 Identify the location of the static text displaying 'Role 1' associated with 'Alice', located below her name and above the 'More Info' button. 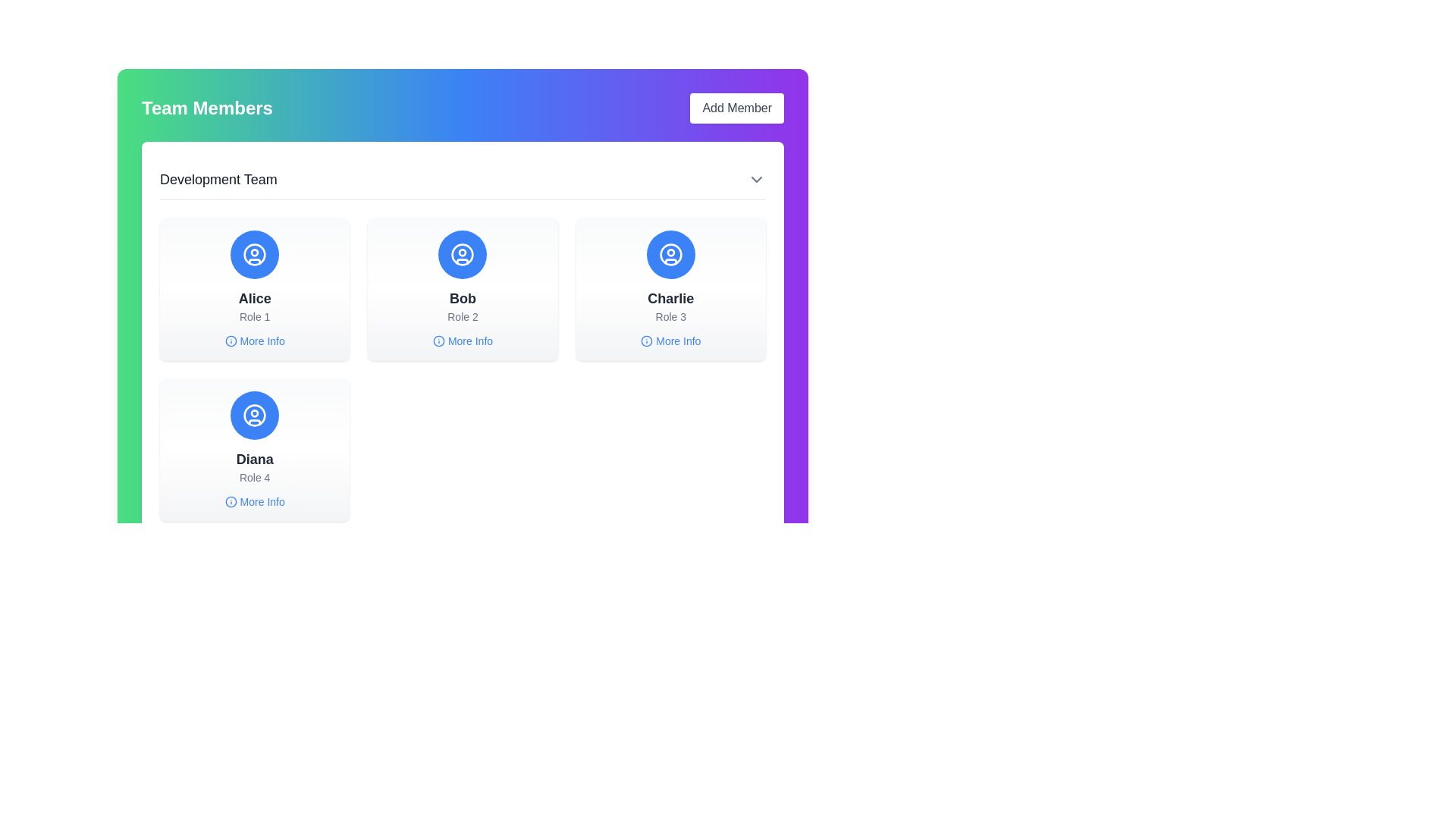
(255, 315).